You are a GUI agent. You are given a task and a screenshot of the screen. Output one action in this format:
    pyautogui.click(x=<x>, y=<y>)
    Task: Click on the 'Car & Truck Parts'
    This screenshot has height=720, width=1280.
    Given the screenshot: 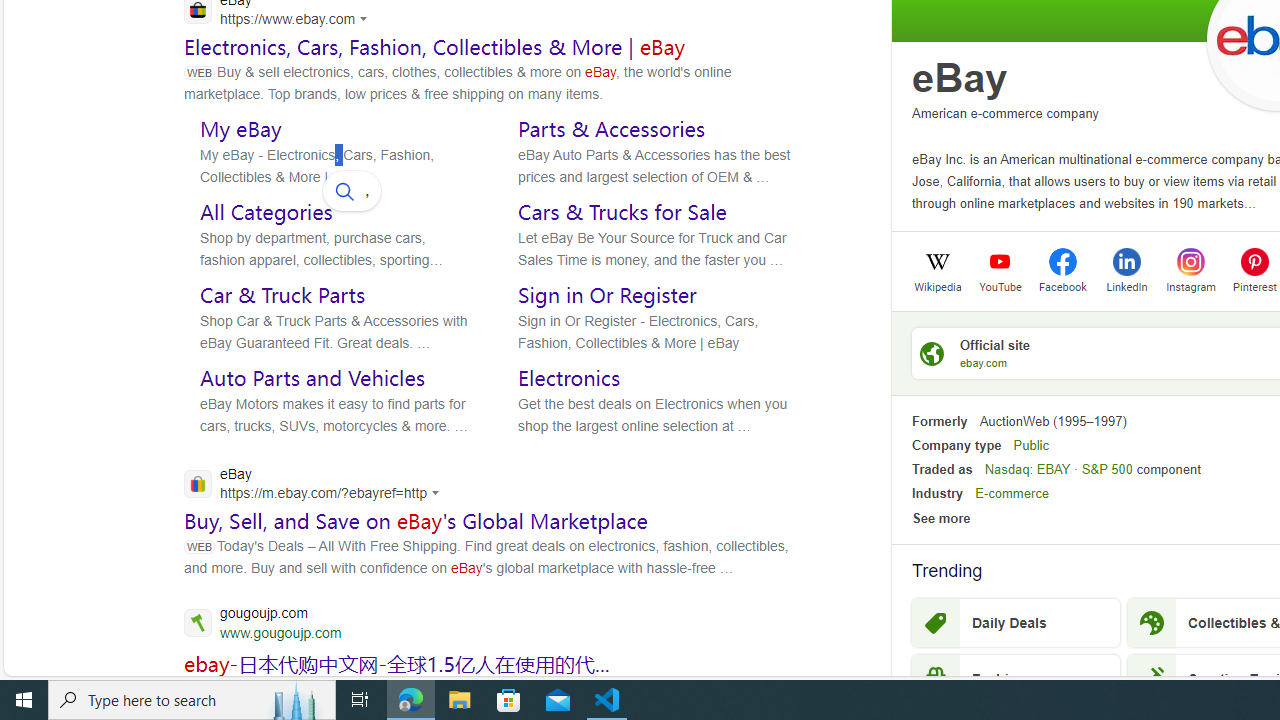 What is the action you would take?
    pyautogui.click(x=281, y=295)
    